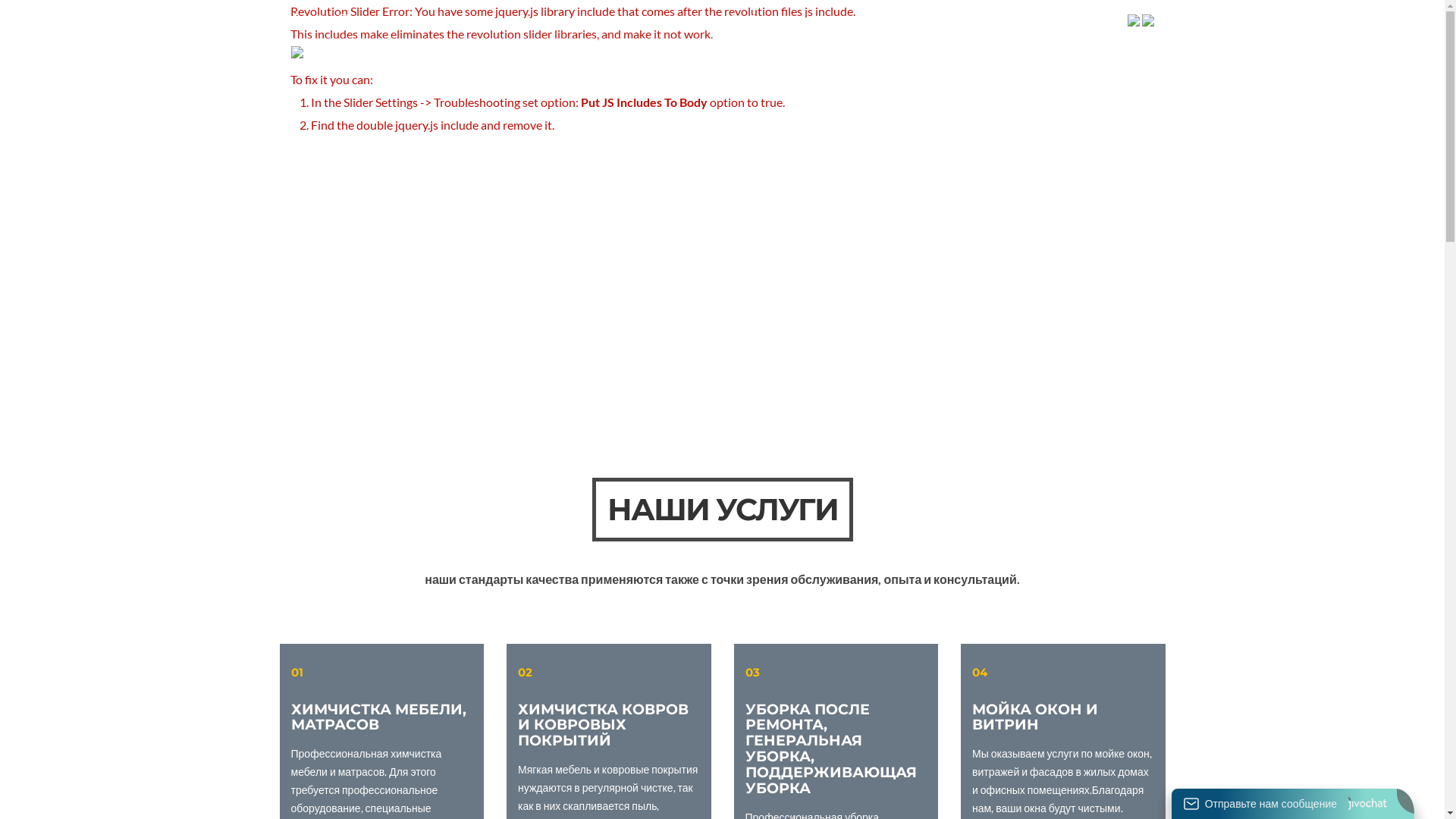 The image size is (1456, 819). Describe the element at coordinates (1078, 18) in the screenshot. I see `'+375 29 2 787 787'` at that location.